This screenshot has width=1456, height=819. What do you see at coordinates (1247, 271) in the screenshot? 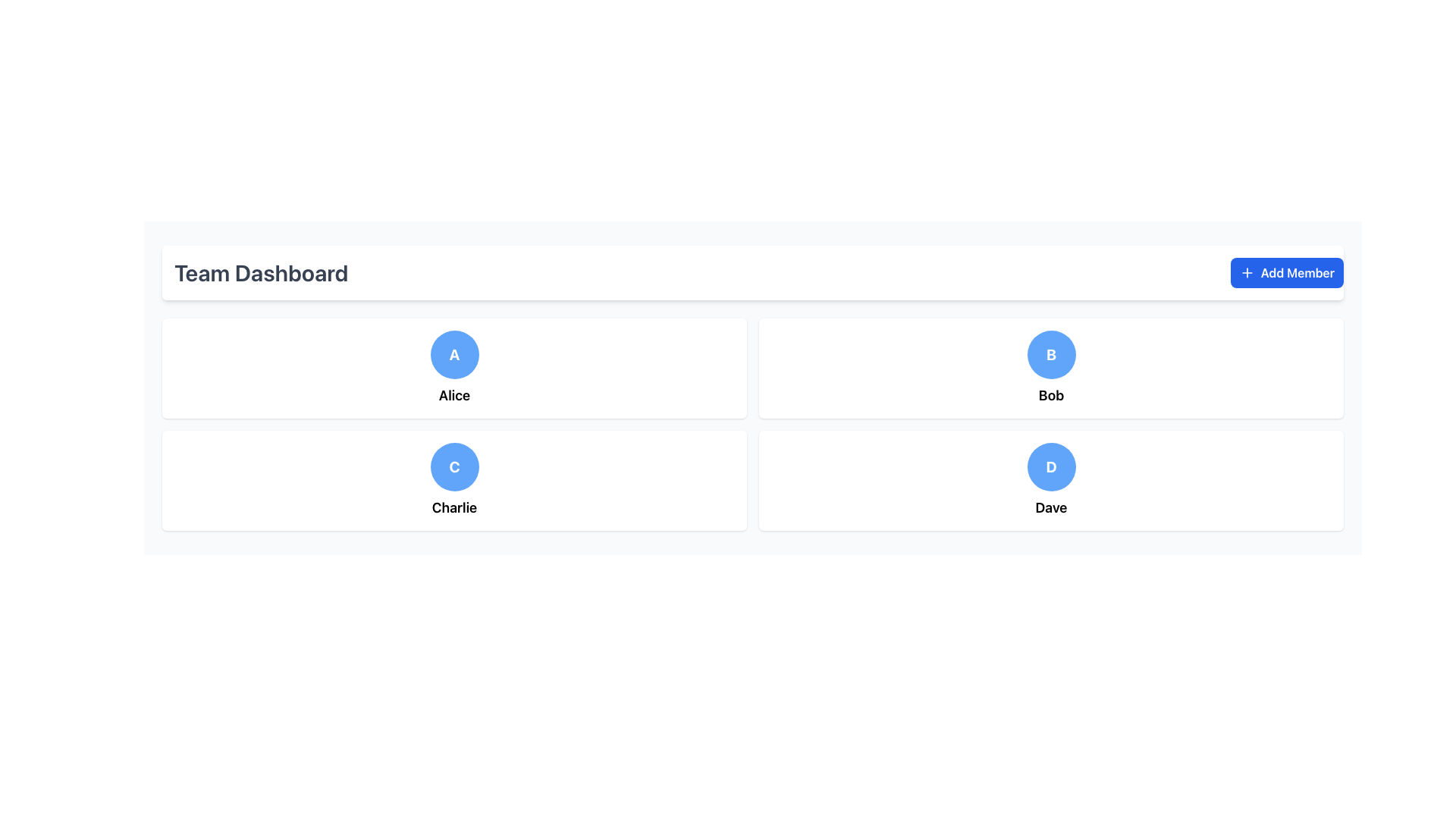
I see `the small blue plus icon that is part of the 'Add Member' button, located to the left of the text label 'Add Member'` at bounding box center [1247, 271].